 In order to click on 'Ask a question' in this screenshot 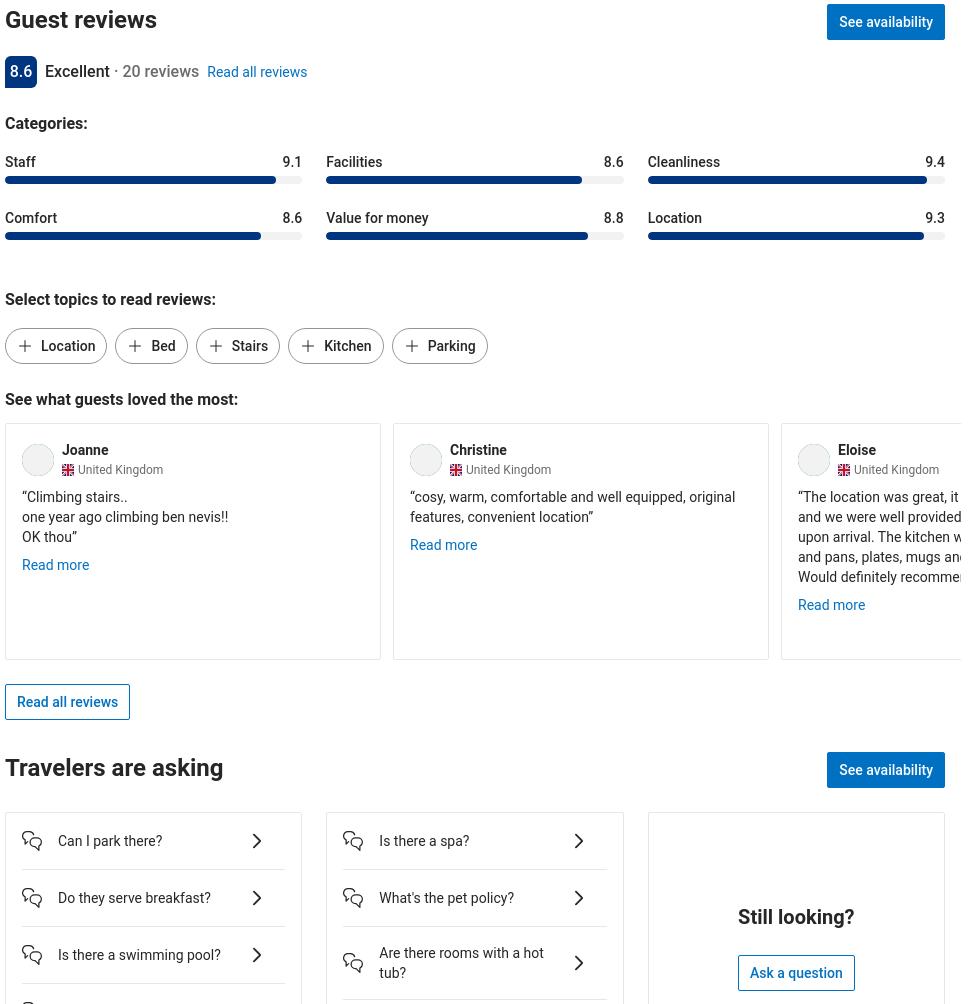, I will do `click(749, 971)`.